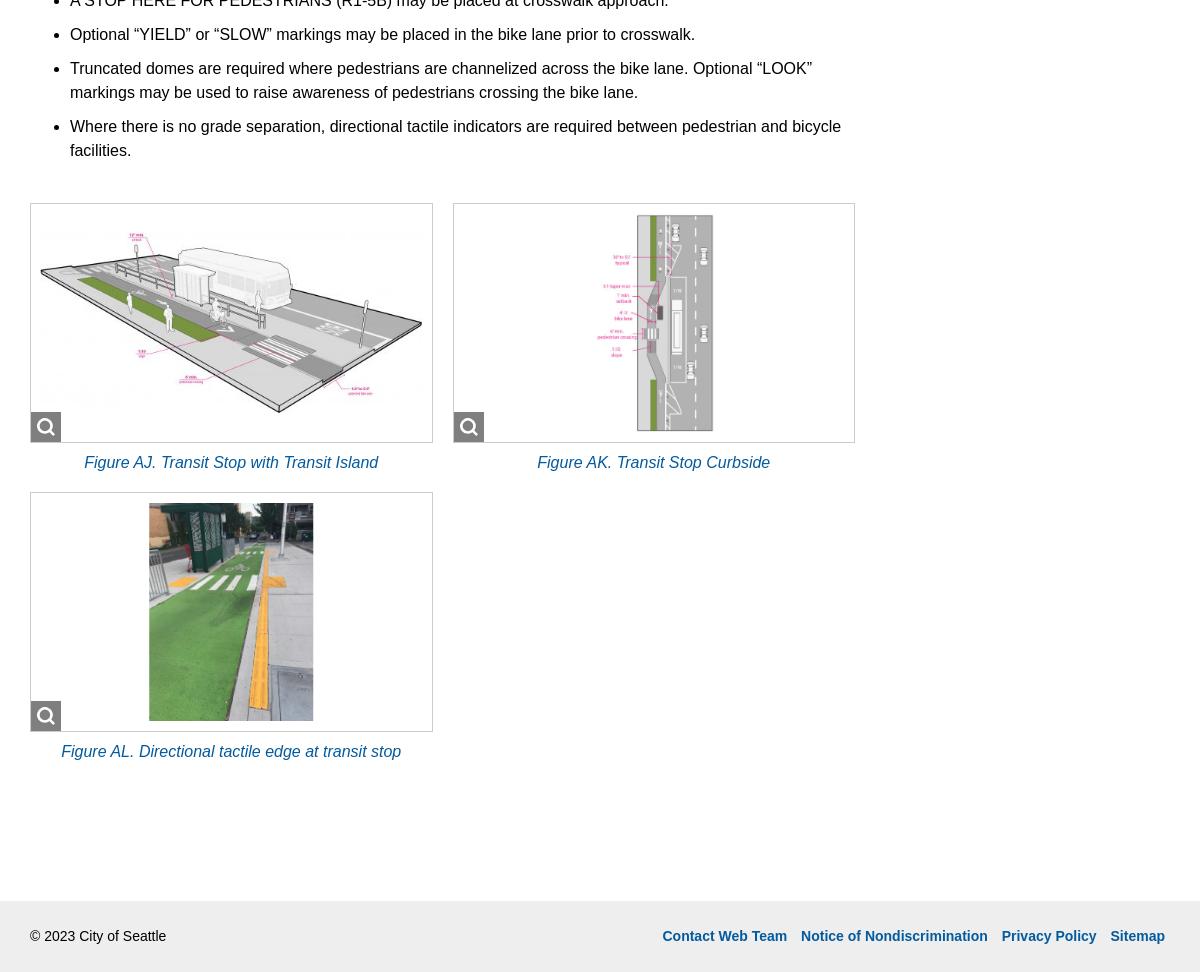 This screenshot has width=1200, height=972. What do you see at coordinates (1136, 933) in the screenshot?
I see `'Sitemap'` at bounding box center [1136, 933].